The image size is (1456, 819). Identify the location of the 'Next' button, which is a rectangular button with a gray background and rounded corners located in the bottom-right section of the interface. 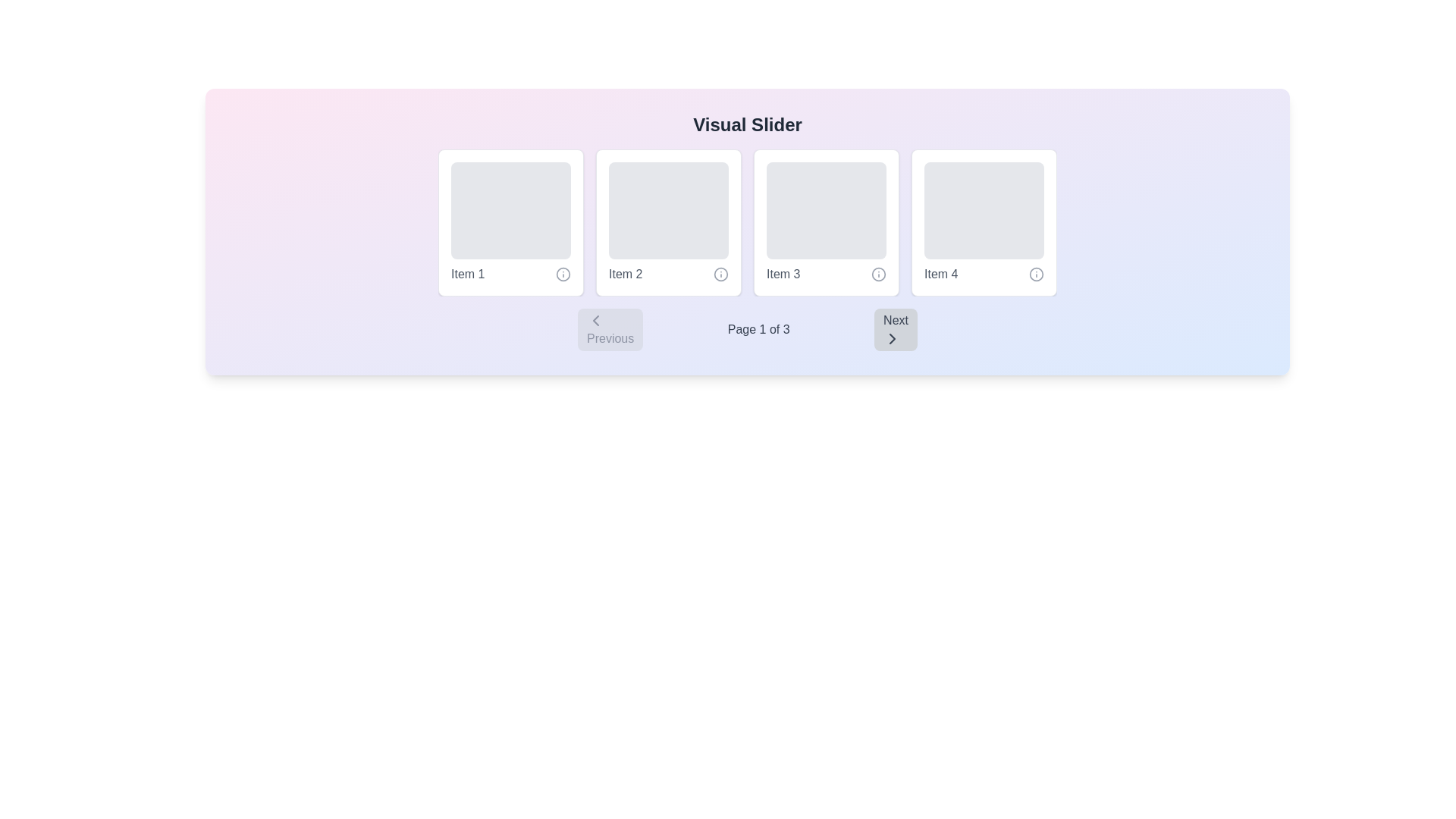
(896, 329).